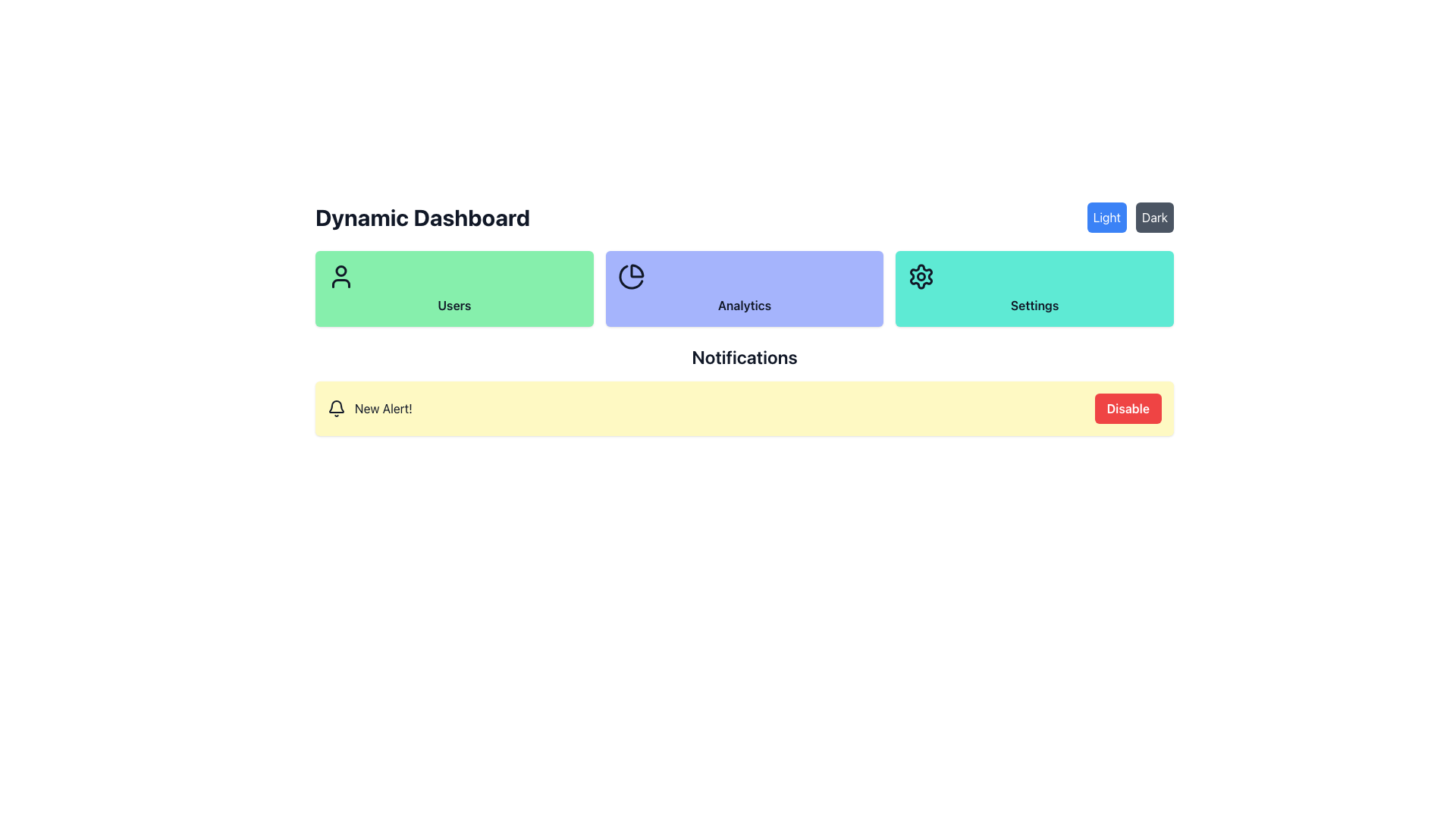 The width and height of the screenshot is (1456, 819). I want to click on the settings icon located within the teal-colored rectangular section labeled 'Settings' at the top-right corner of the main dashboard interface, so click(921, 277).